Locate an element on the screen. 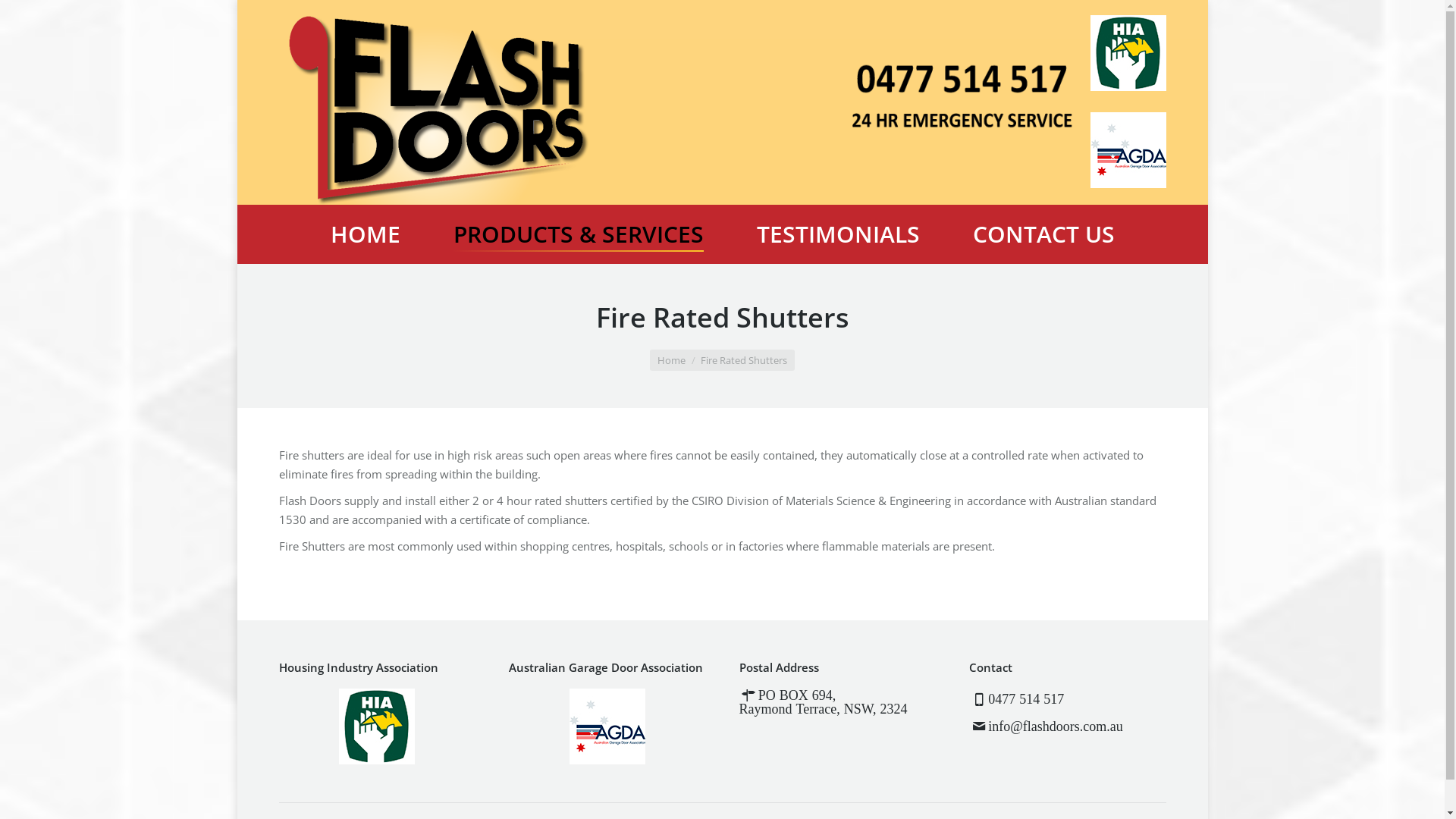 The image size is (1456, 819). 'Home' is located at coordinates (670, 359).